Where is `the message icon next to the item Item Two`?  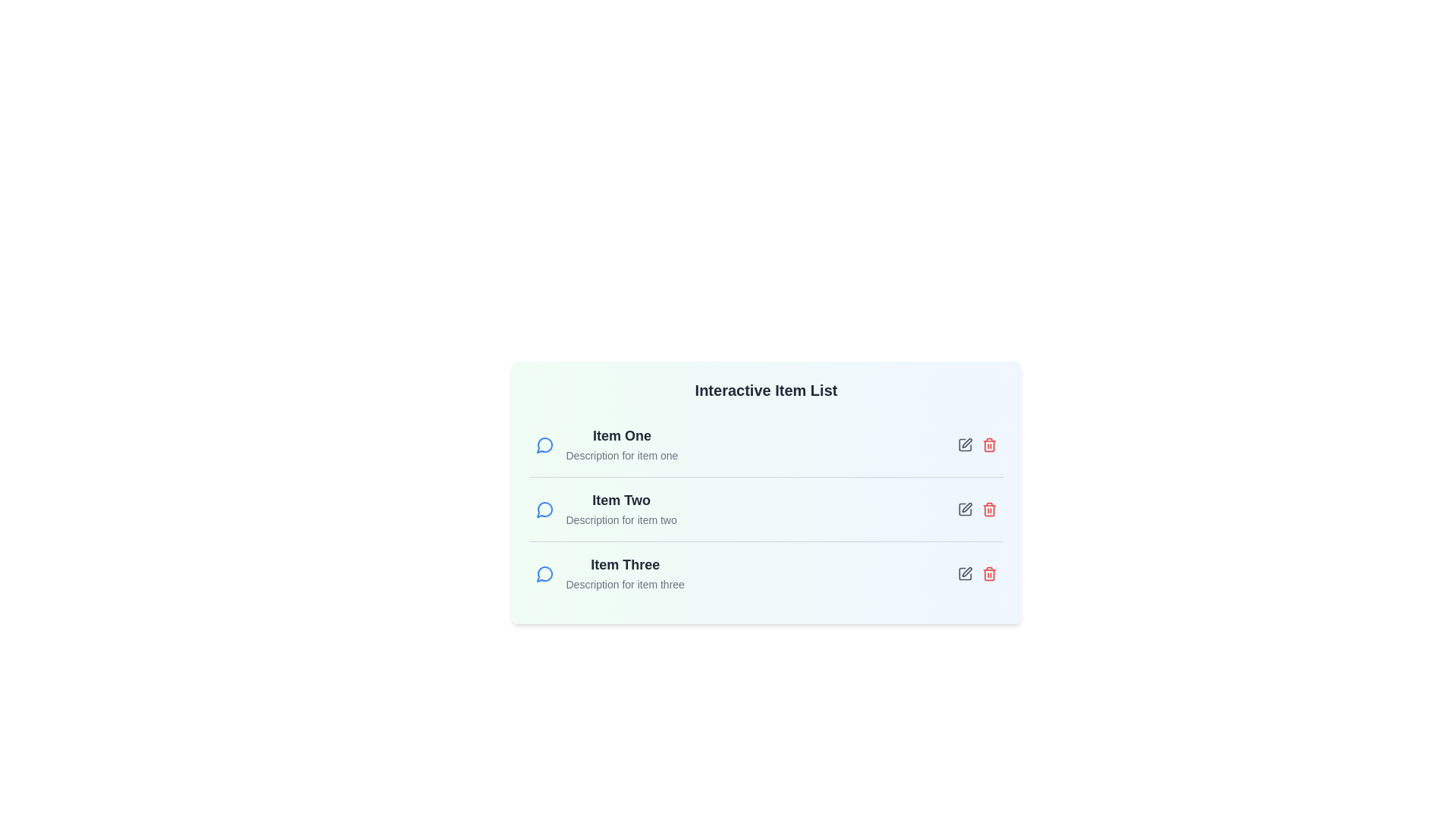 the message icon next to the item Item Two is located at coordinates (544, 509).